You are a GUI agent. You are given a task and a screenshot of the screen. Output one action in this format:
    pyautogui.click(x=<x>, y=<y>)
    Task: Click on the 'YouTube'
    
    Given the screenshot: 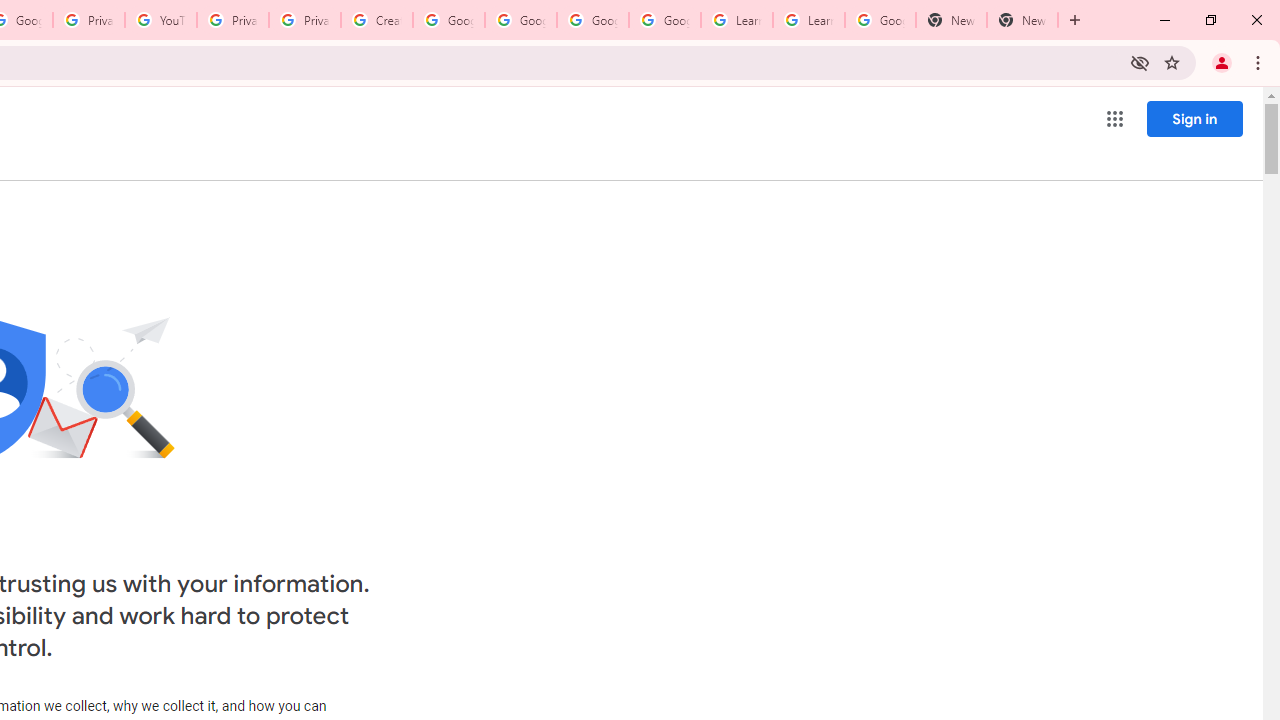 What is the action you would take?
    pyautogui.click(x=161, y=20)
    